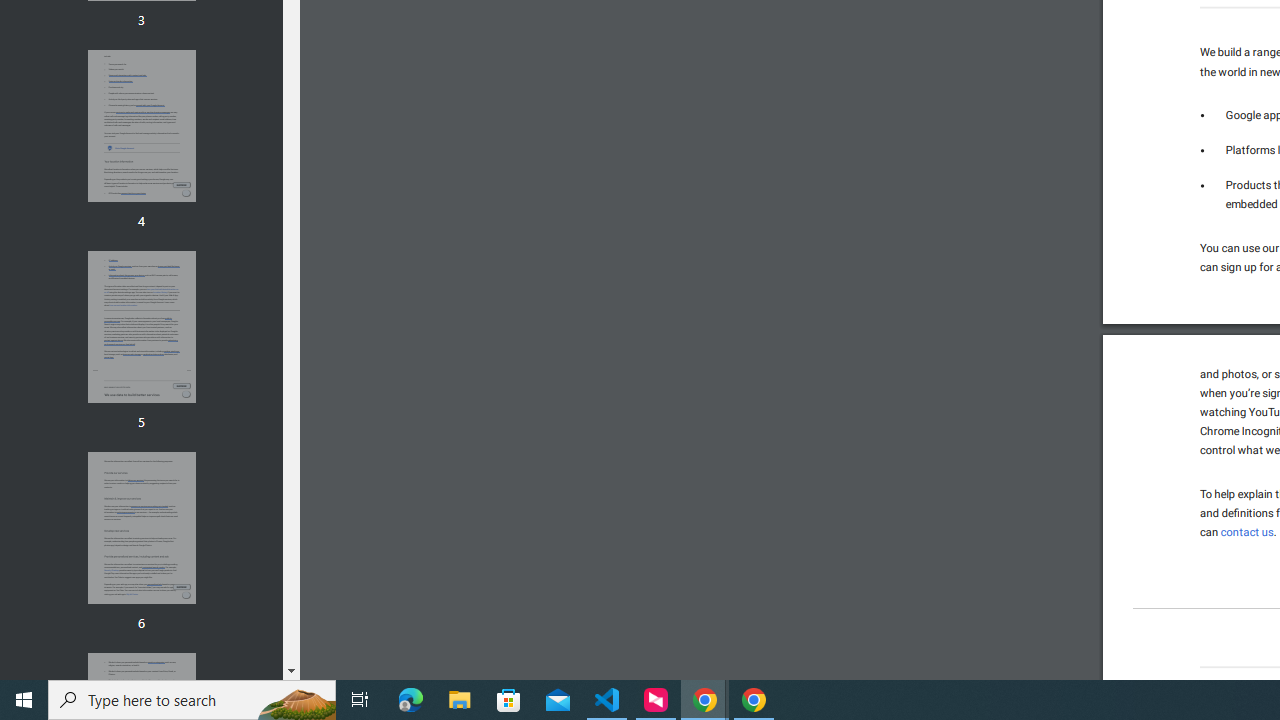 Image resolution: width=1280 pixels, height=720 pixels. What do you see at coordinates (1245, 531) in the screenshot?
I see `'contact us'` at bounding box center [1245, 531].